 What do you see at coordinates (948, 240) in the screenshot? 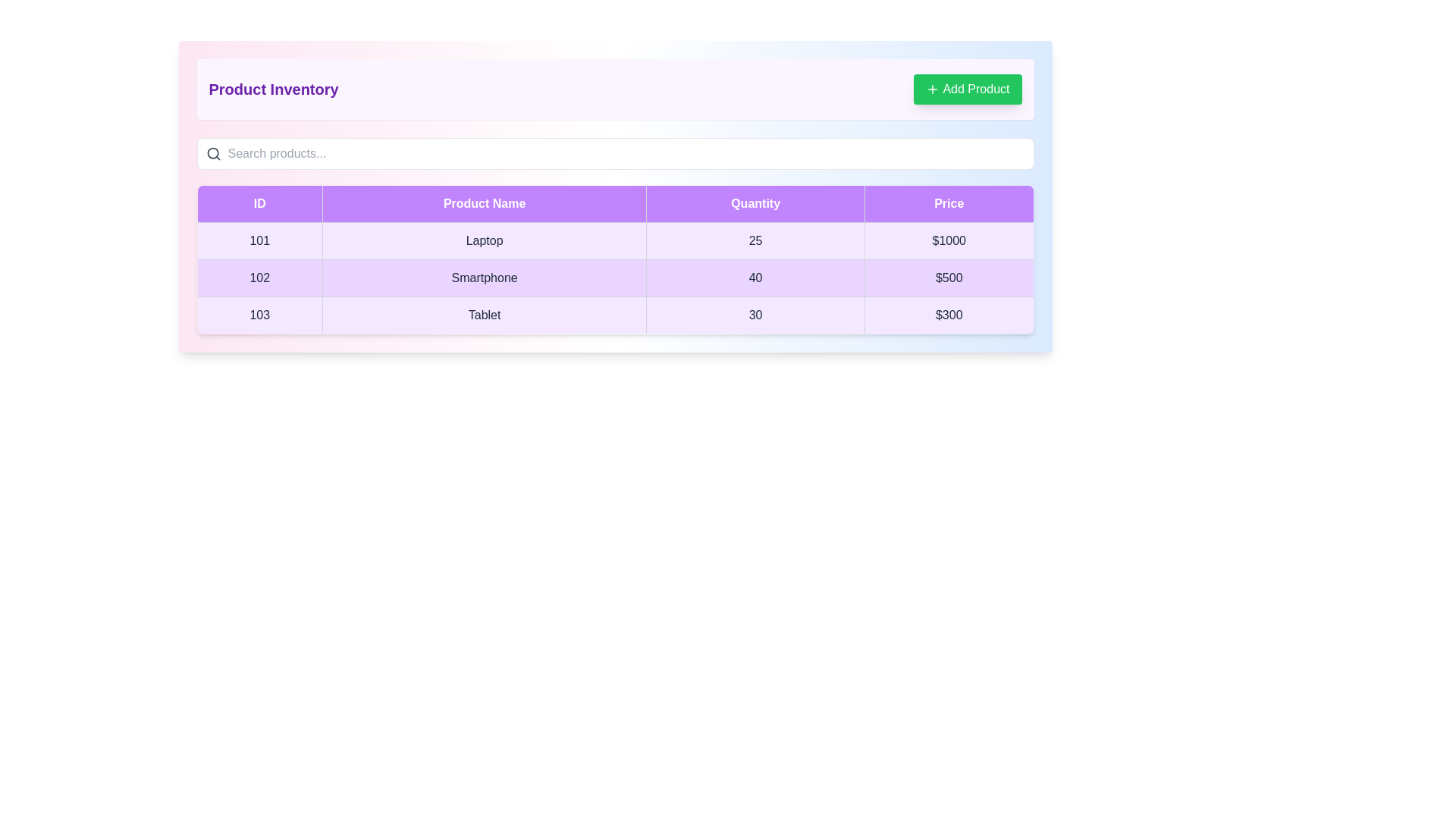
I see `the table cell that displays the price value '$1000'` at bounding box center [948, 240].